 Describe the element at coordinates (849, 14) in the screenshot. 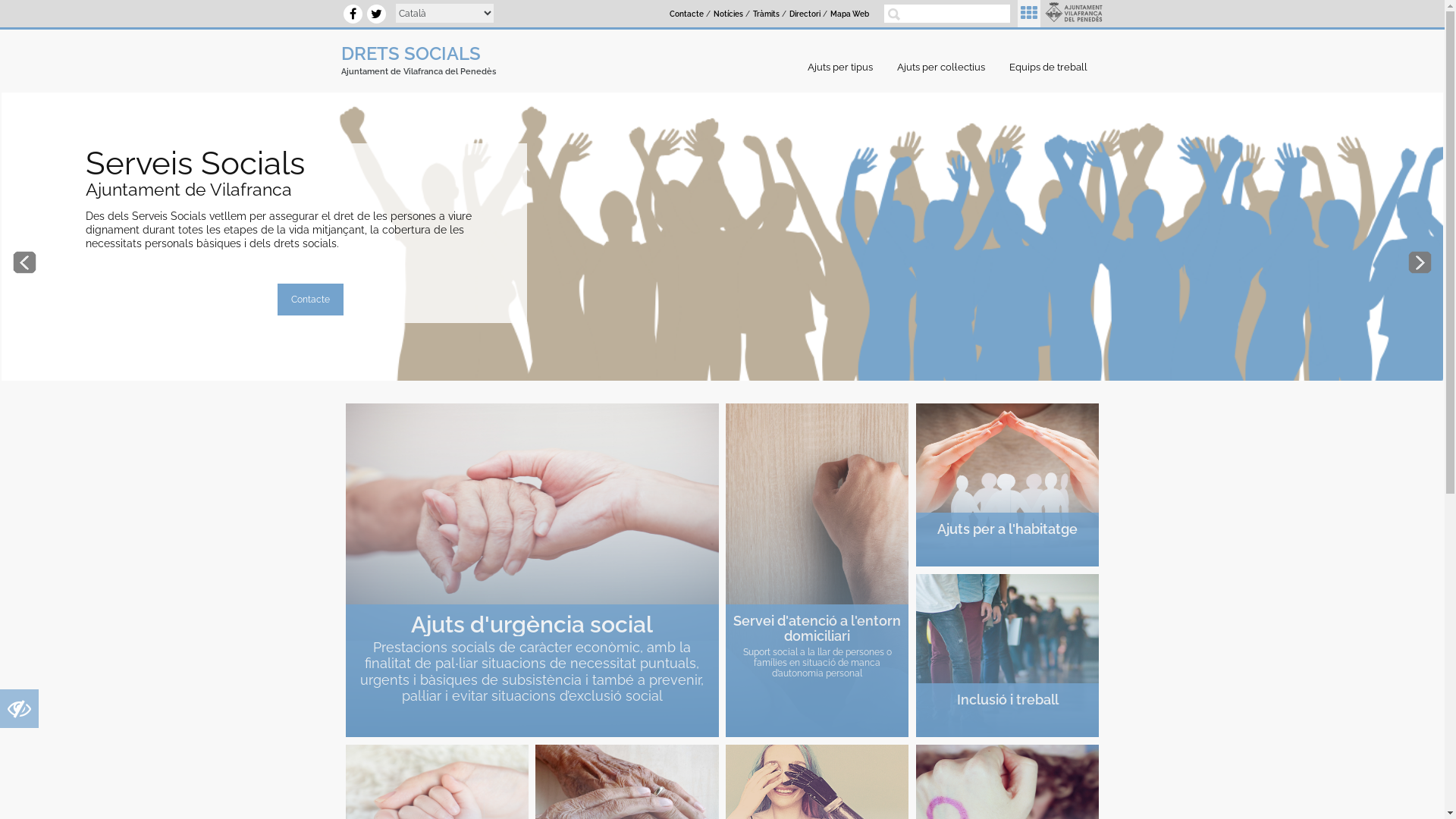

I see `'Mapa Web'` at that location.